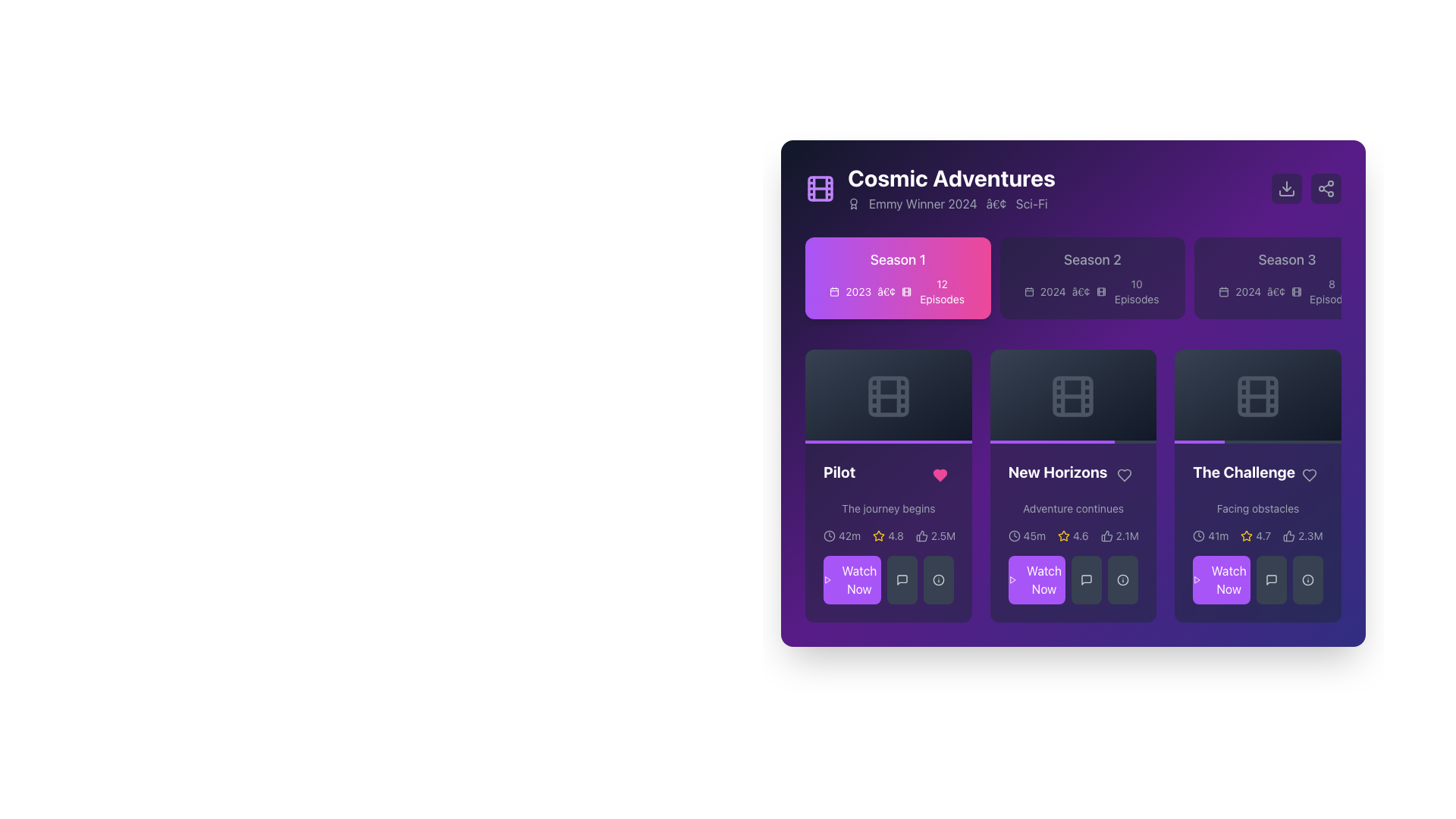 The width and height of the screenshot is (1456, 819). What do you see at coordinates (1029, 292) in the screenshot?
I see `square calendar icon with rounded corners, located to the left of the text '2024' in the header row for season information, to gather details about its features` at bounding box center [1029, 292].